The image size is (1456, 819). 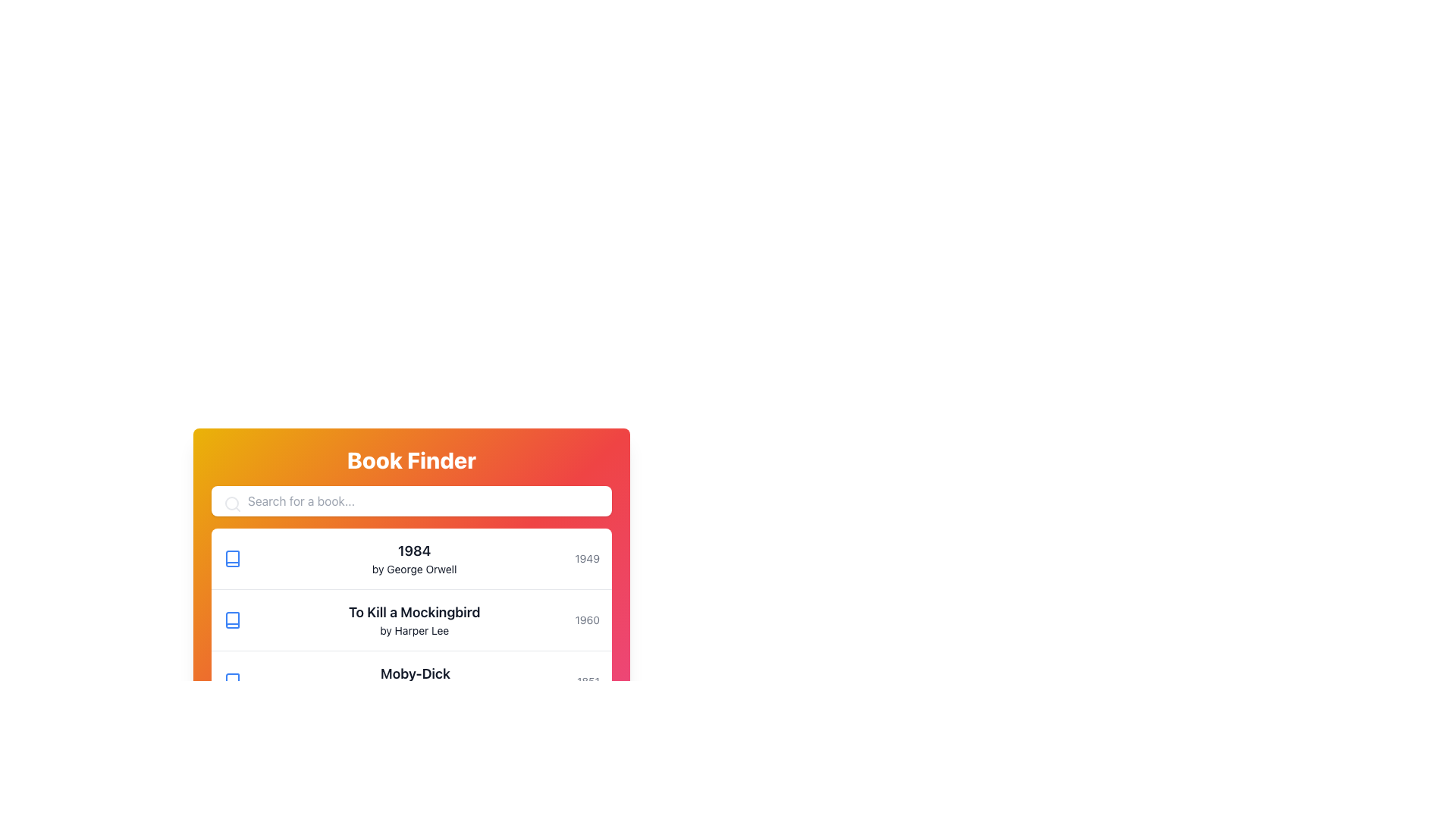 What do you see at coordinates (414, 570) in the screenshot?
I see `the static text label displaying the author name for the book '1984', located immediately below the title within the vertical list of book entries` at bounding box center [414, 570].